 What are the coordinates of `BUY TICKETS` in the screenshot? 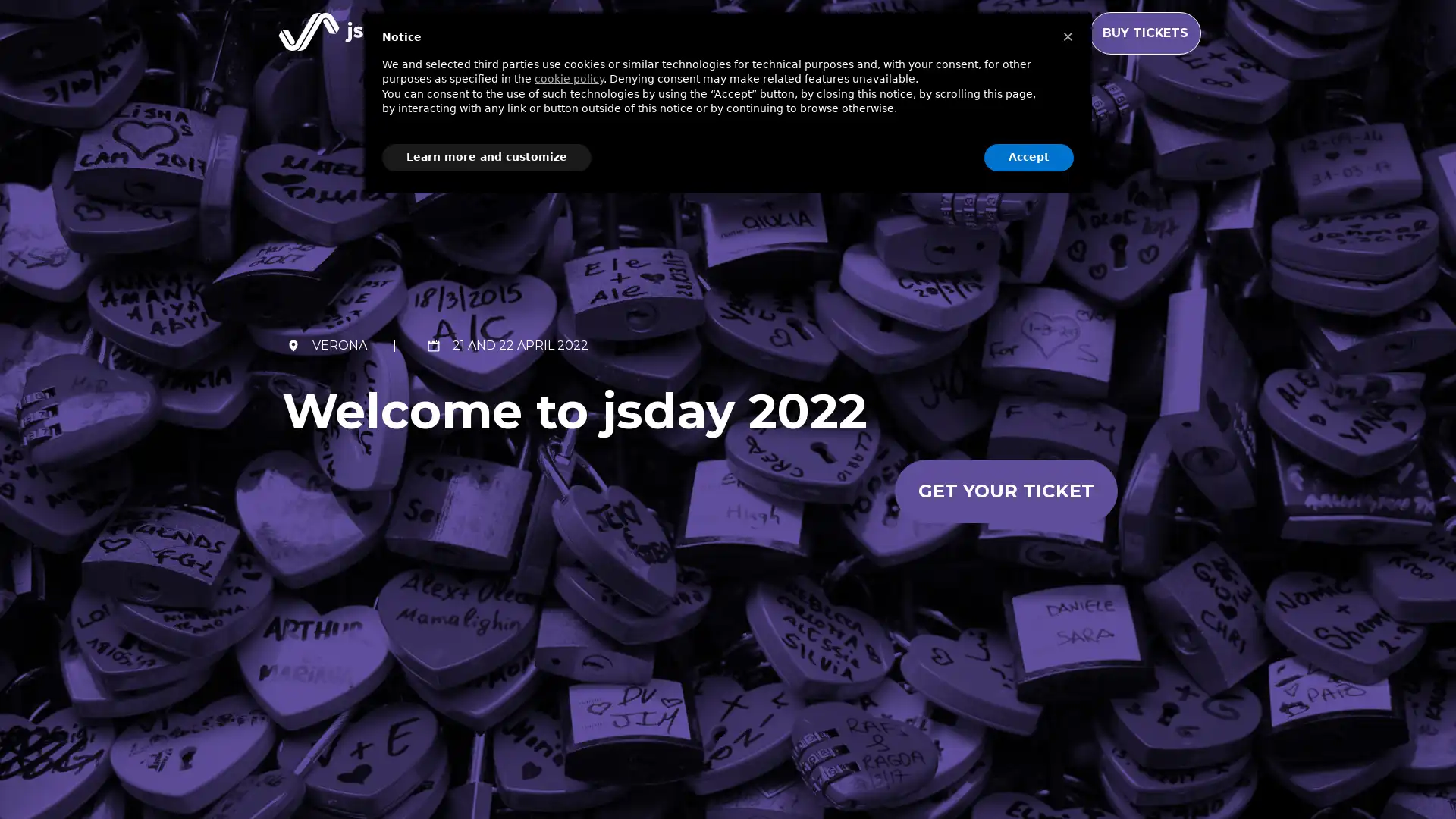 It's located at (1145, 33).